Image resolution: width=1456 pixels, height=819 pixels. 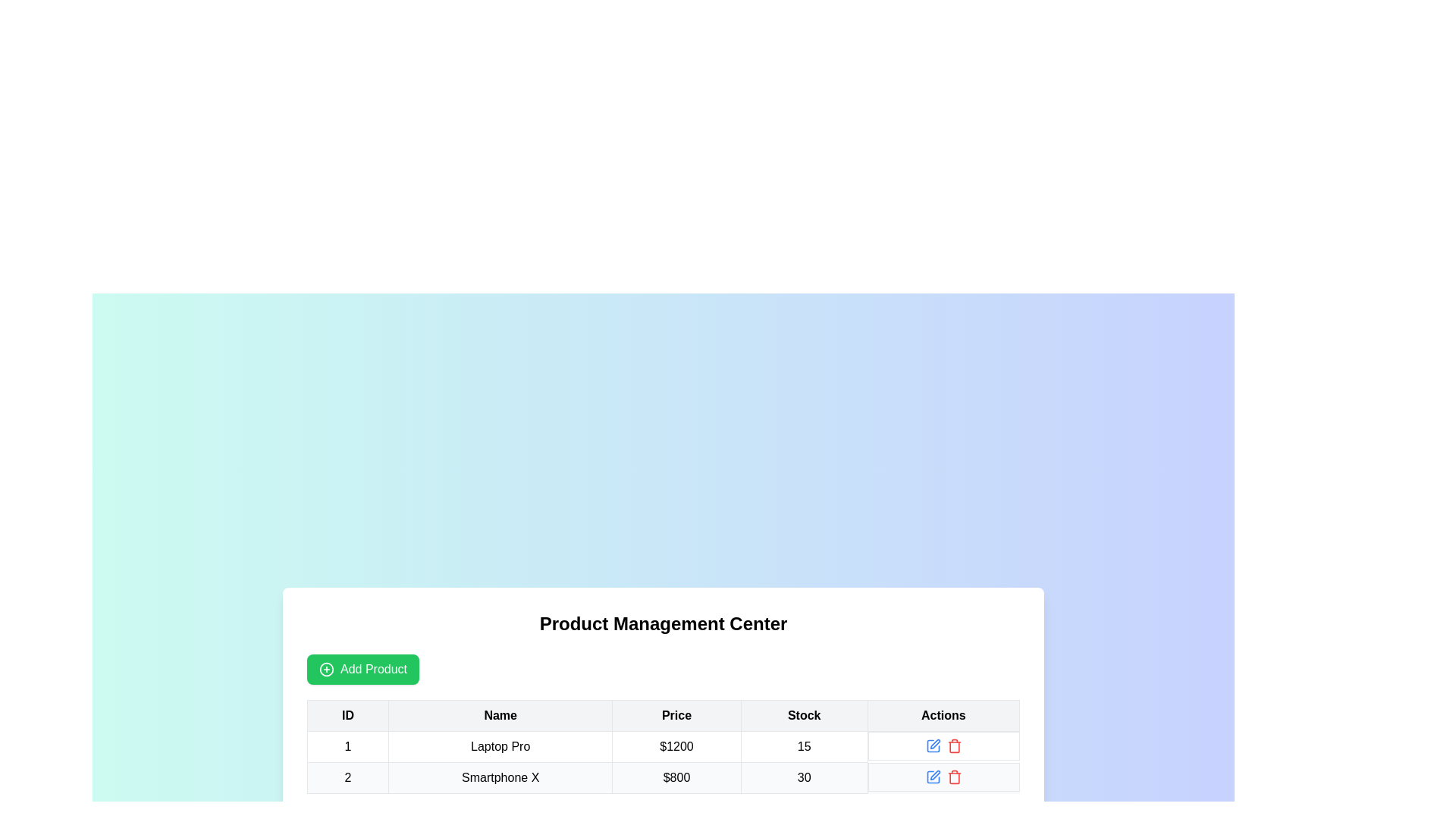 I want to click on the Table Header Cell that indicates the column contains information about IDs, so click(x=347, y=716).